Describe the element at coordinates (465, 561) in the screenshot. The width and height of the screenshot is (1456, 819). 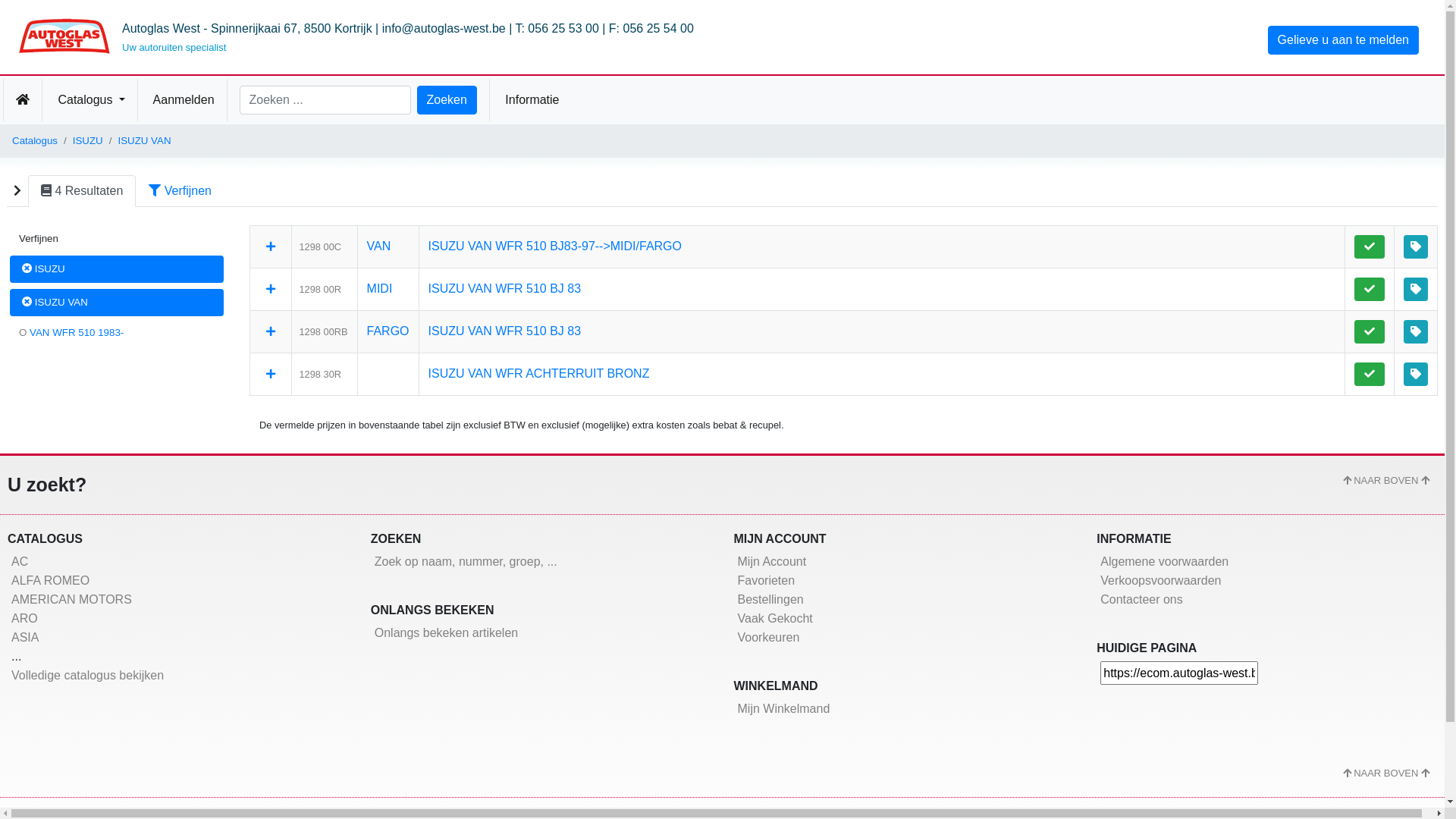
I see `'Zoek op naam, nummer, groep, ...'` at that location.